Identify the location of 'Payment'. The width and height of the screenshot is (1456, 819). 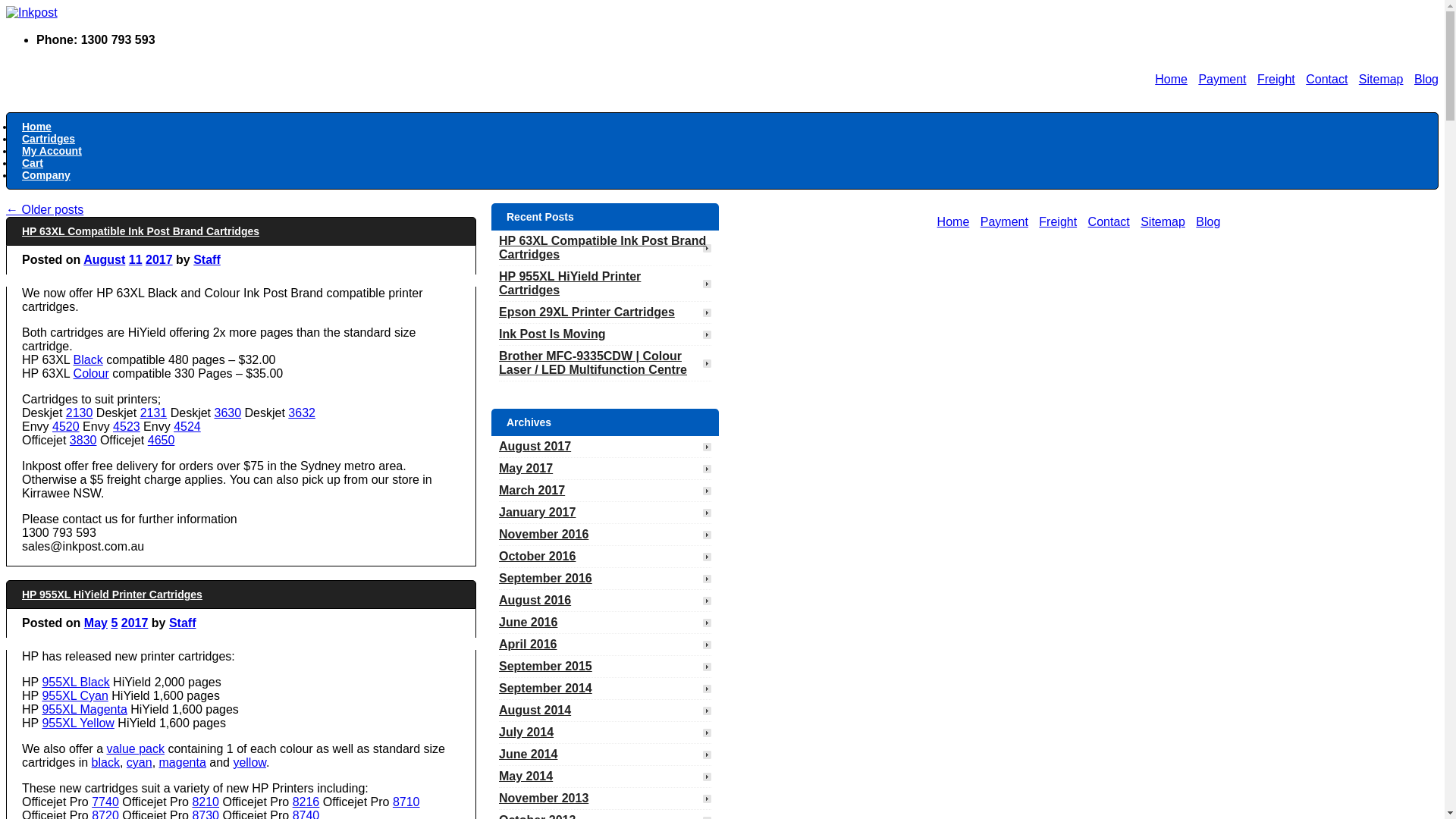
(980, 221).